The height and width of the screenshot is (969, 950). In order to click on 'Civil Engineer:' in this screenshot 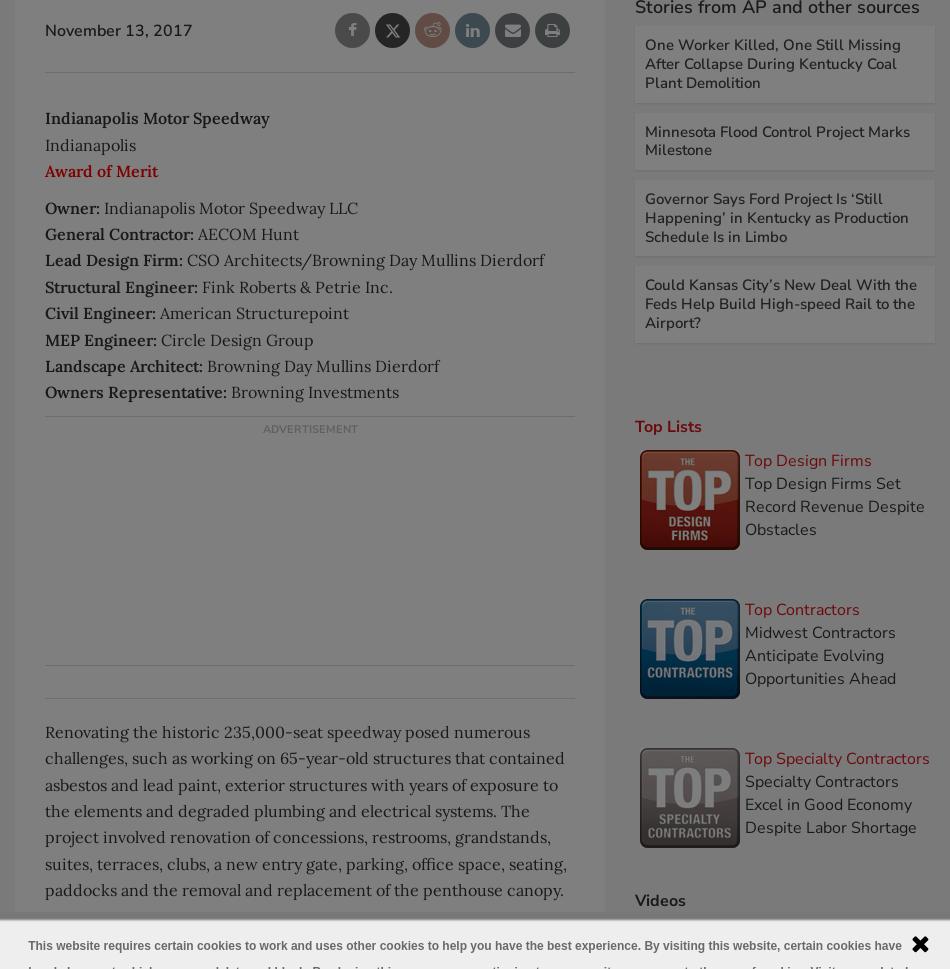, I will do `click(45, 311)`.